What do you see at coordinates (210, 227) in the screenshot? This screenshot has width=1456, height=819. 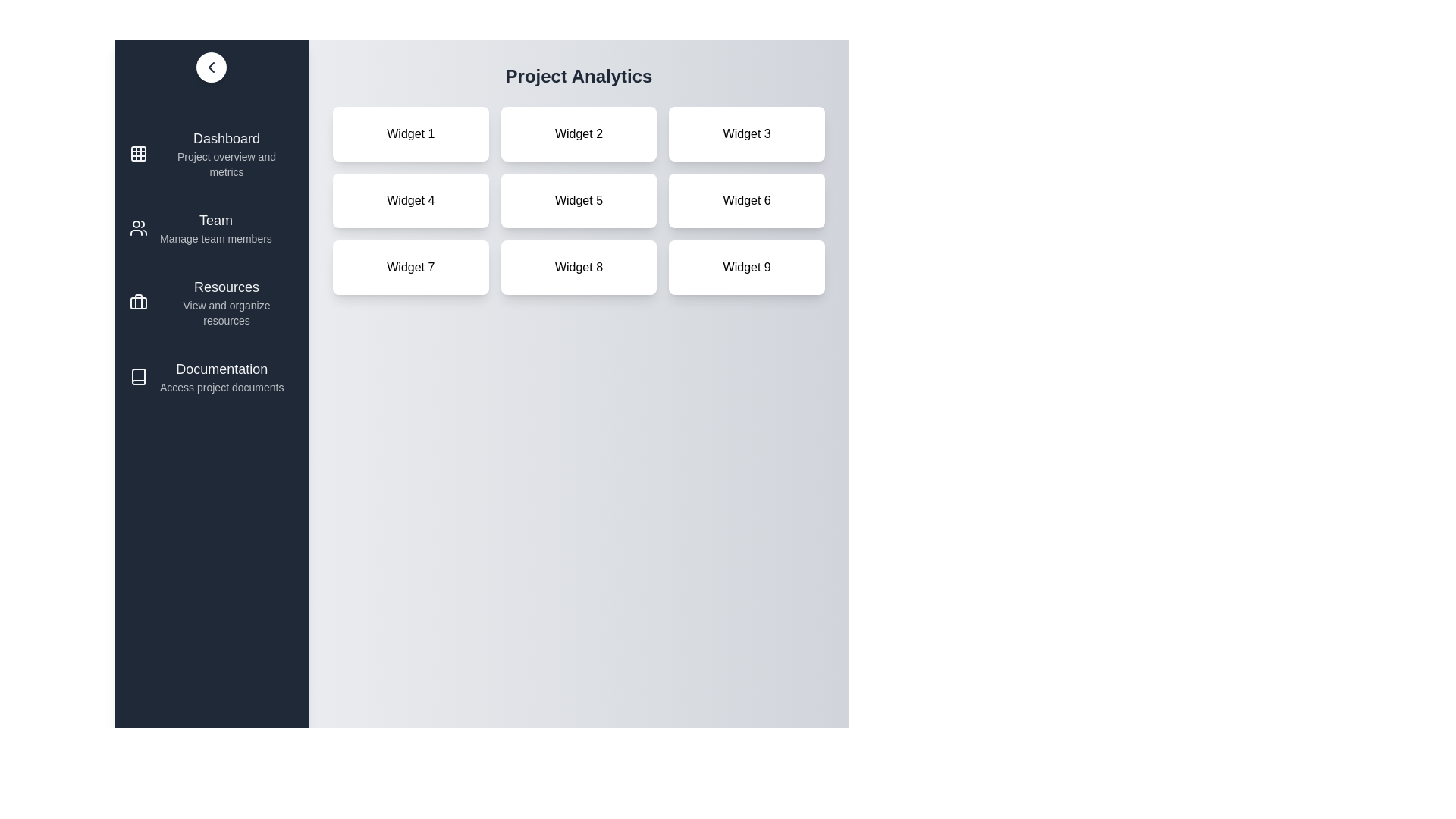 I see `the menu item Team from the sidebar` at bounding box center [210, 227].